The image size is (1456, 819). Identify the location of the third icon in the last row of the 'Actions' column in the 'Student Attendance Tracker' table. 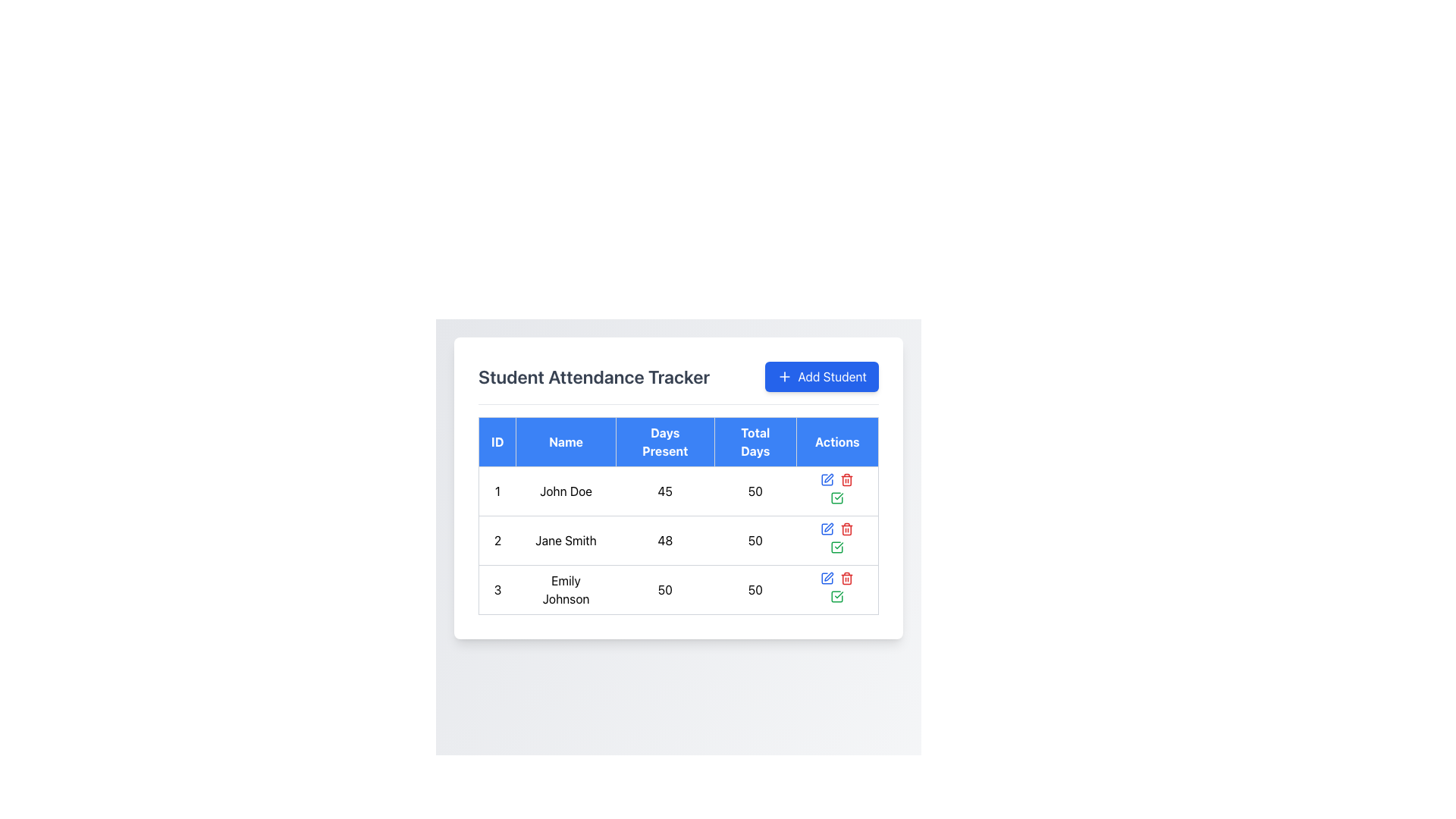
(836, 589).